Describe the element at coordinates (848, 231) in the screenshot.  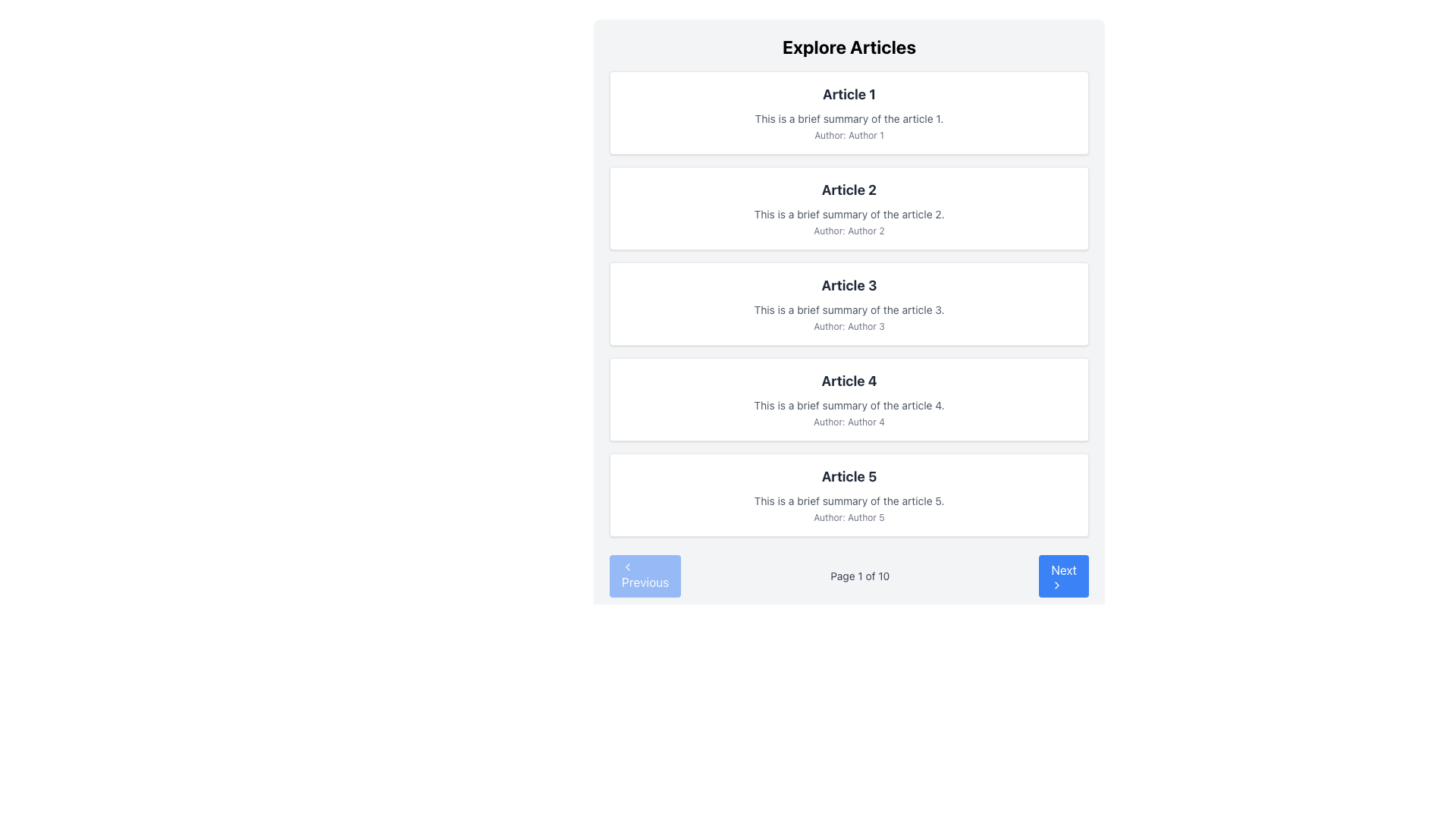
I see `the static text element displaying 'Author: Author 2', which is located beneath the summary of 'Article 2'` at that location.